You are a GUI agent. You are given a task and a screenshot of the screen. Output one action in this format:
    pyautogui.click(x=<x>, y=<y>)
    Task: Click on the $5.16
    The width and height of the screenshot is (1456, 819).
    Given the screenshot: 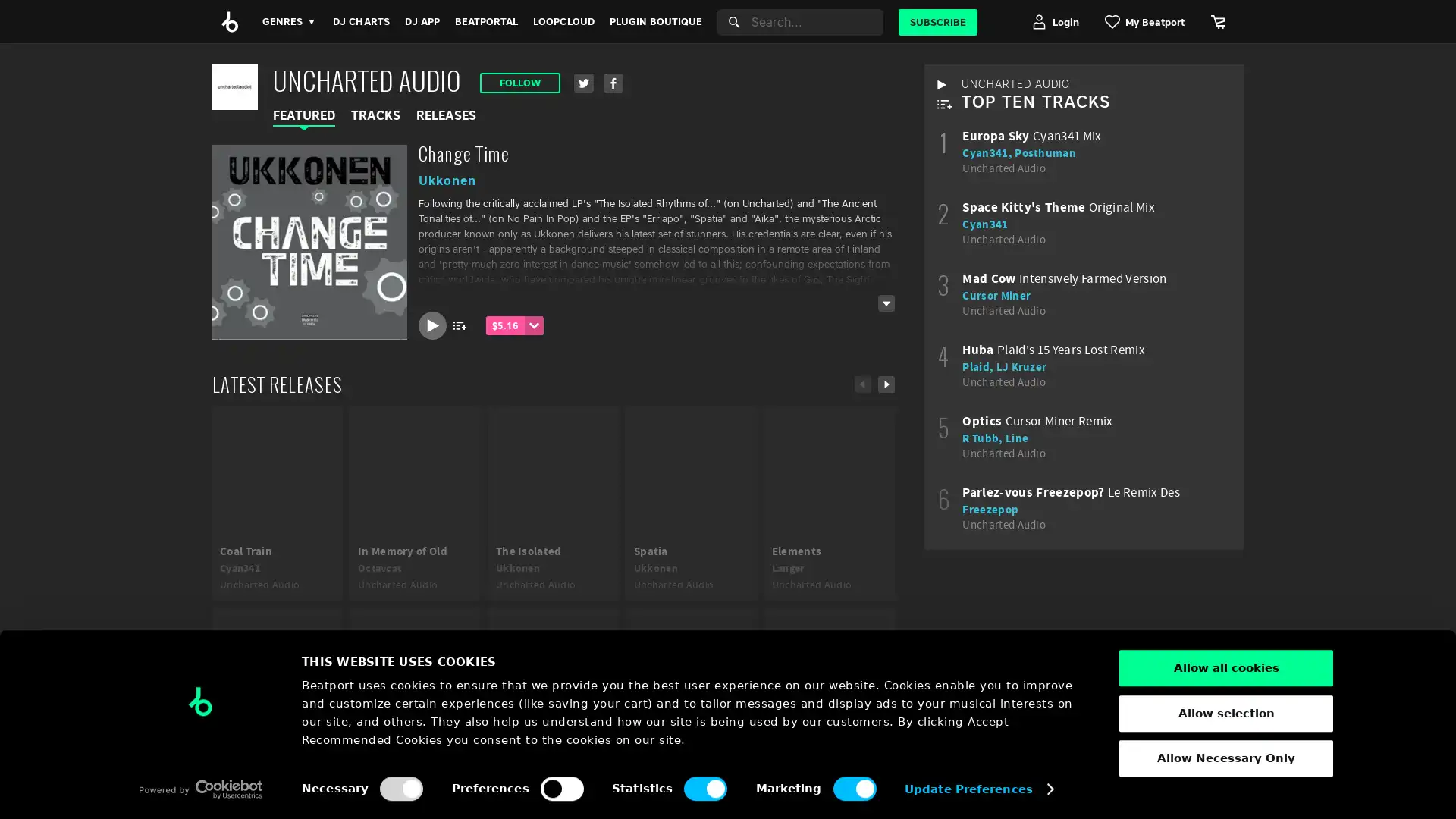 What is the action you would take?
    pyautogui.click(x=505, y=324)
    